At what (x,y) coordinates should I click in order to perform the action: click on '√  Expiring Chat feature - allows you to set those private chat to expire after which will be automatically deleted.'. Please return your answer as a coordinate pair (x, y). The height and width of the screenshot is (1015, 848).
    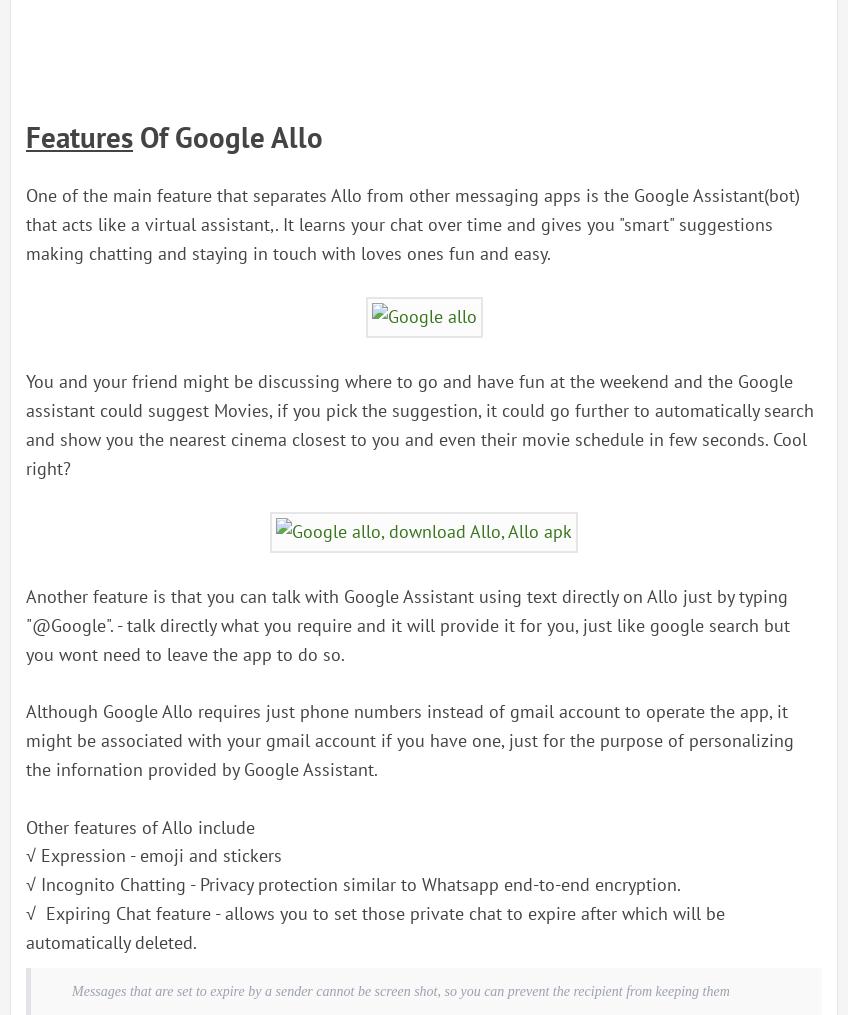
    Looking at the image, I should click on (25, 926).